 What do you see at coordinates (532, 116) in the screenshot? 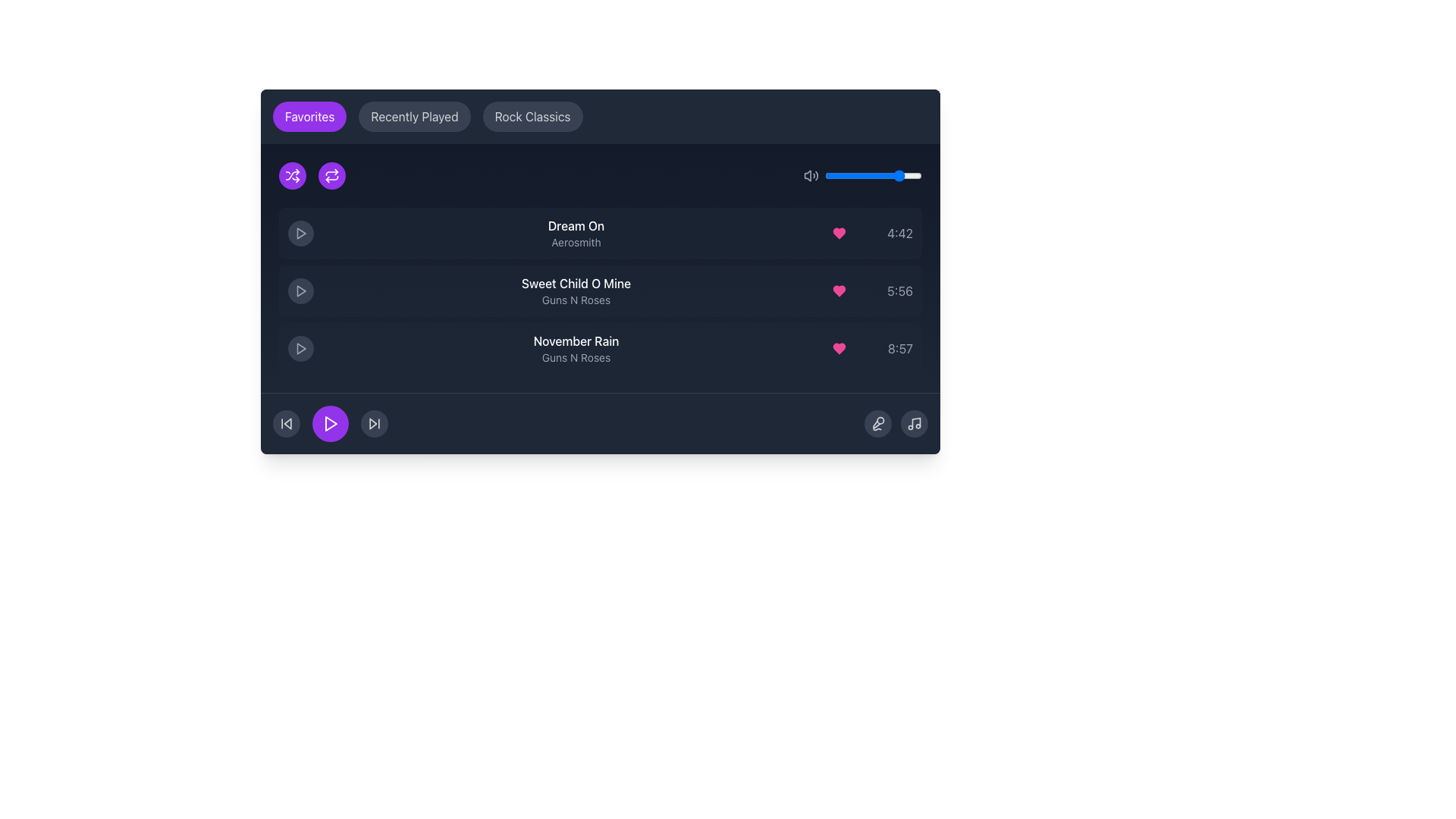
I see `the 'Rock Classics' pill-shaped button with a dark gray background to observe its hover effect` at bounding box center [532, 116].